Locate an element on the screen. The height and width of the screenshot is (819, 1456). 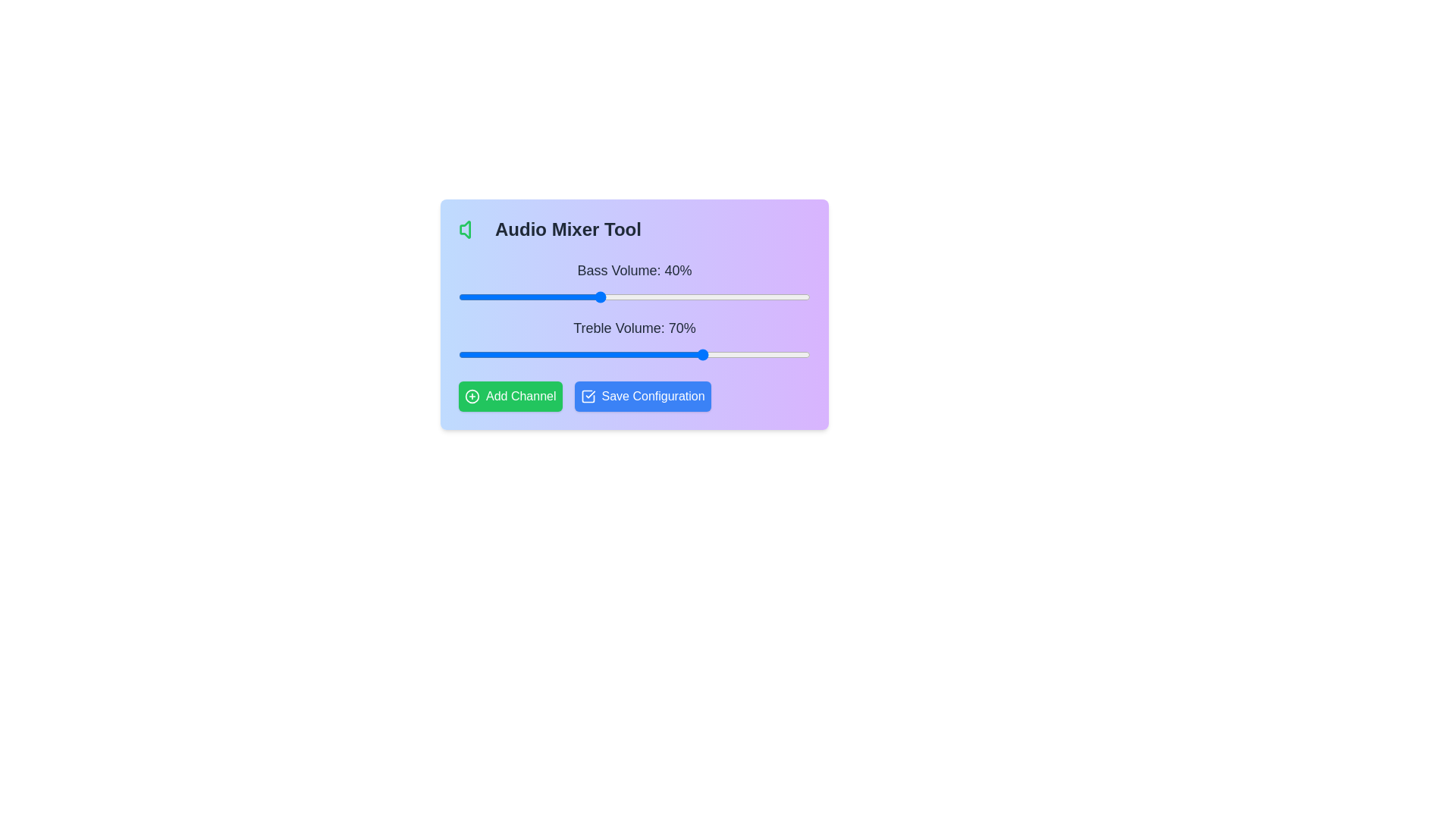
and drag the bass and treble sliders of the Audio Mixer Tool to adjust their values is located at coordinates (634, 311).